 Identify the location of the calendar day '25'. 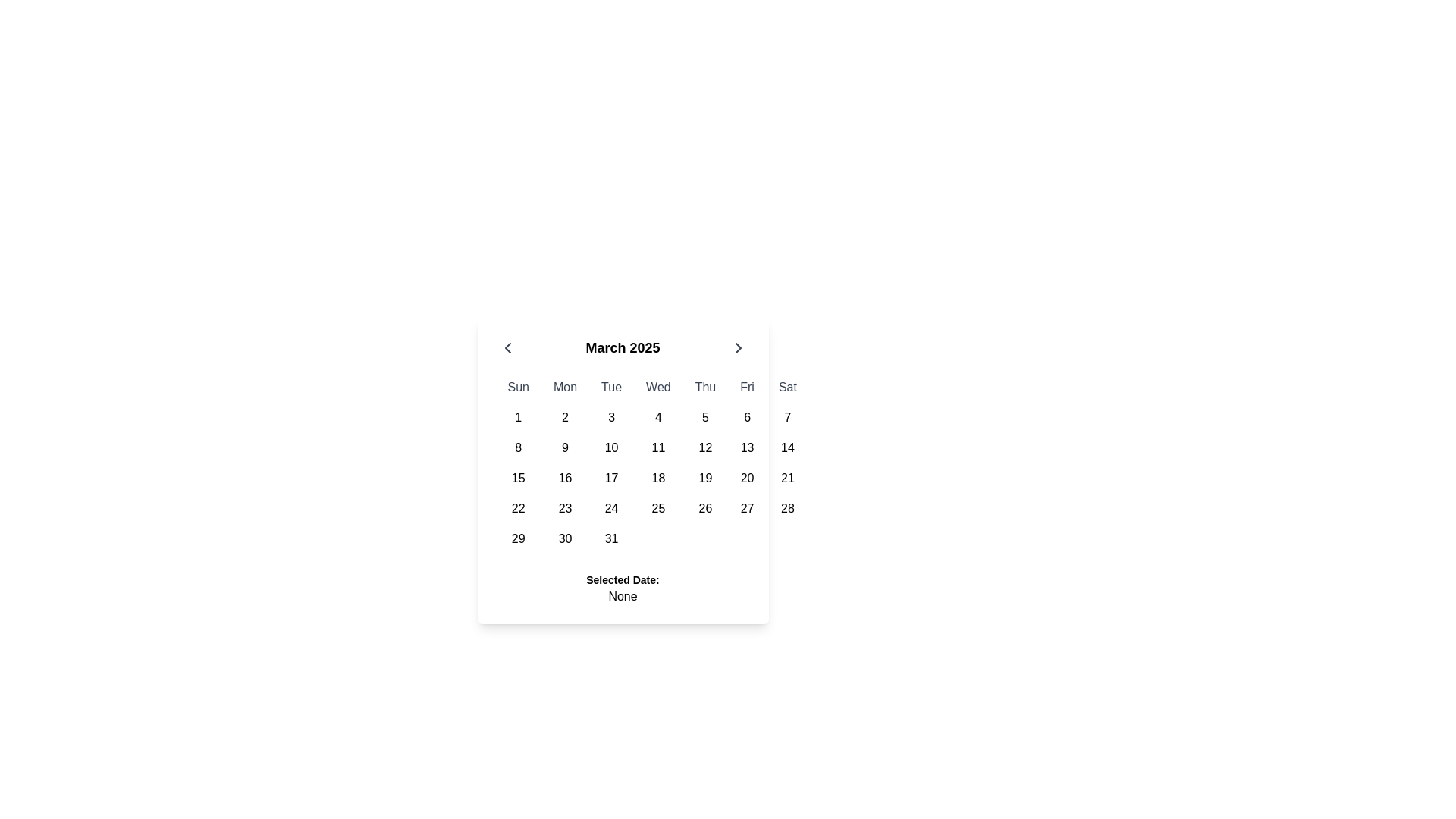
(652, 509).